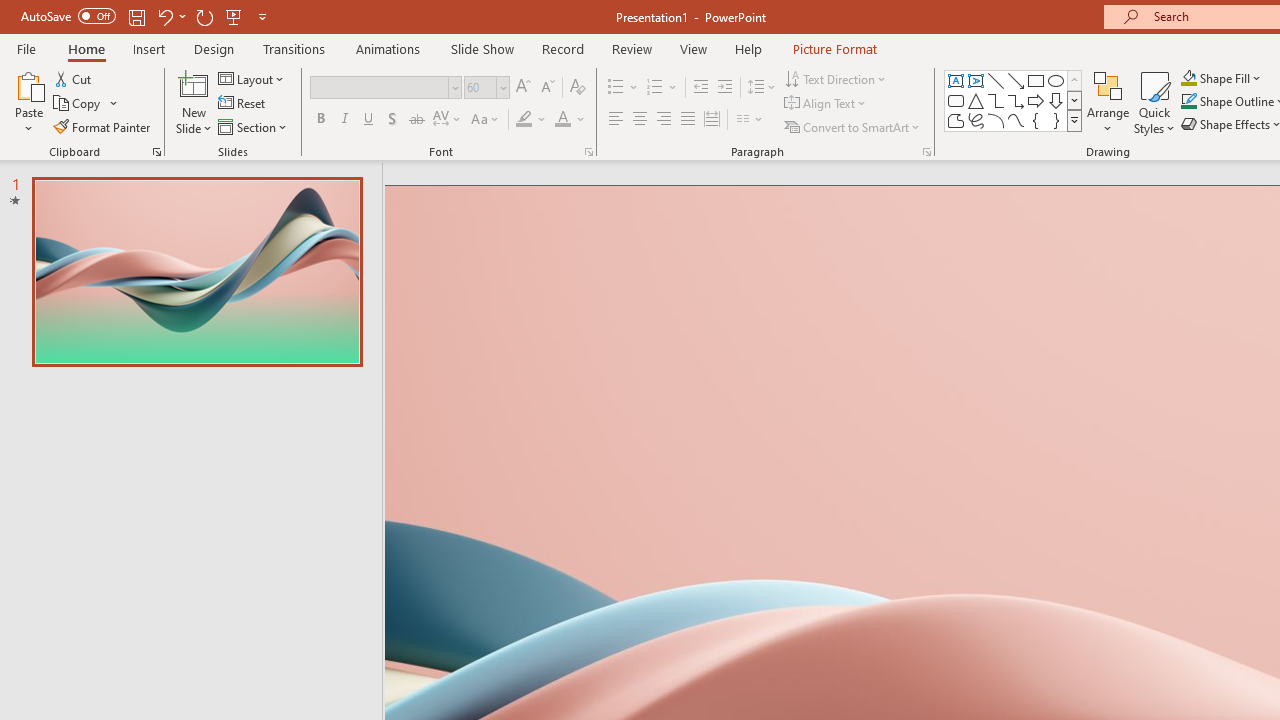 This screenshot has height=720, width=1280. I want to click on 'Connector: Elbow', so click(995, 100).